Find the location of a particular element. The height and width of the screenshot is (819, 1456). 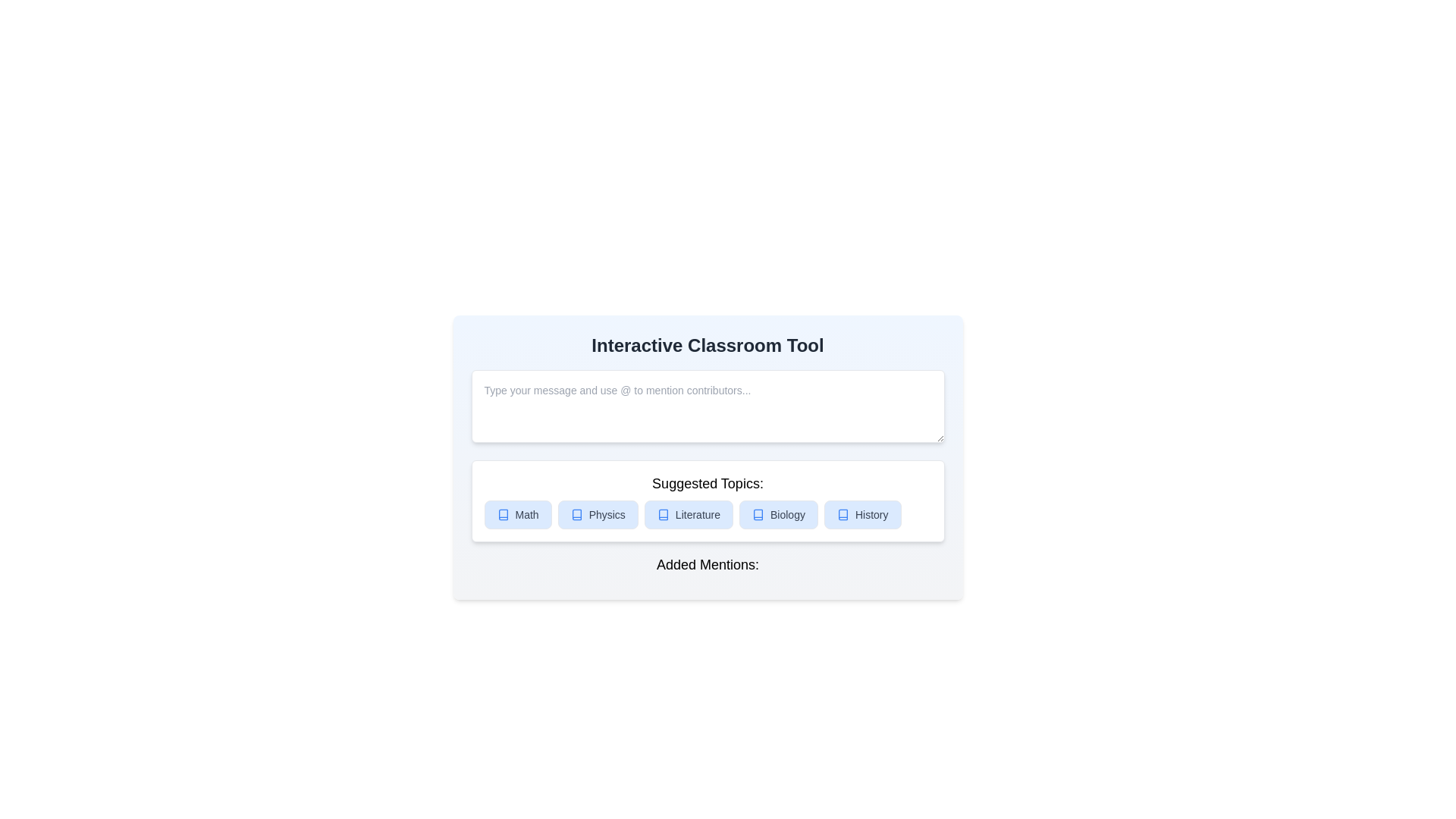

text label 'Added Mentions:' which is styled in a large, bold font and located at the bottom of the interface, beneath the suggested topics area is located at coordinates (707, 564).